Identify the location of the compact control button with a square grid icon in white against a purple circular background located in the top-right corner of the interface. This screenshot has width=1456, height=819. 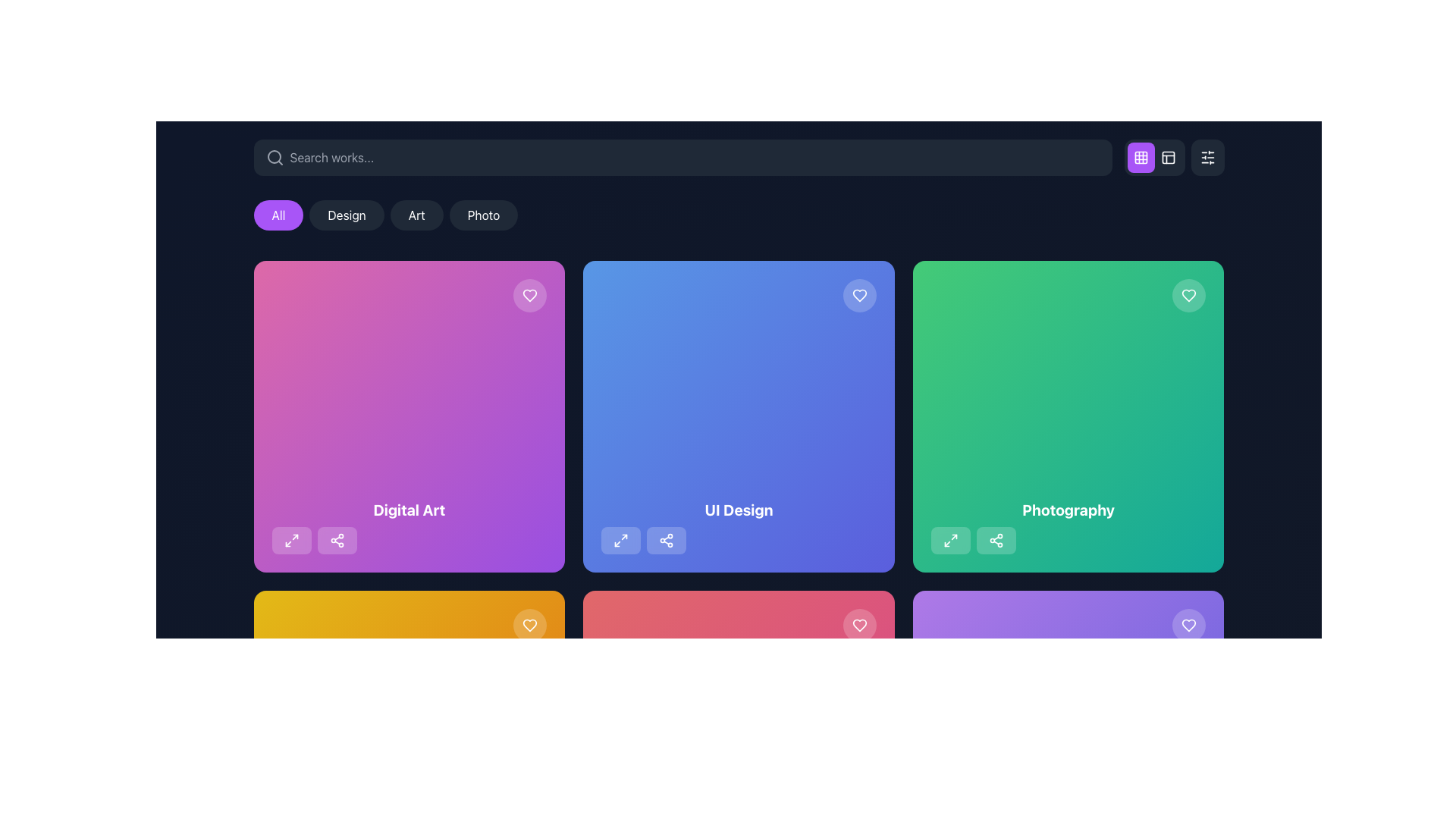
(1173, 158).